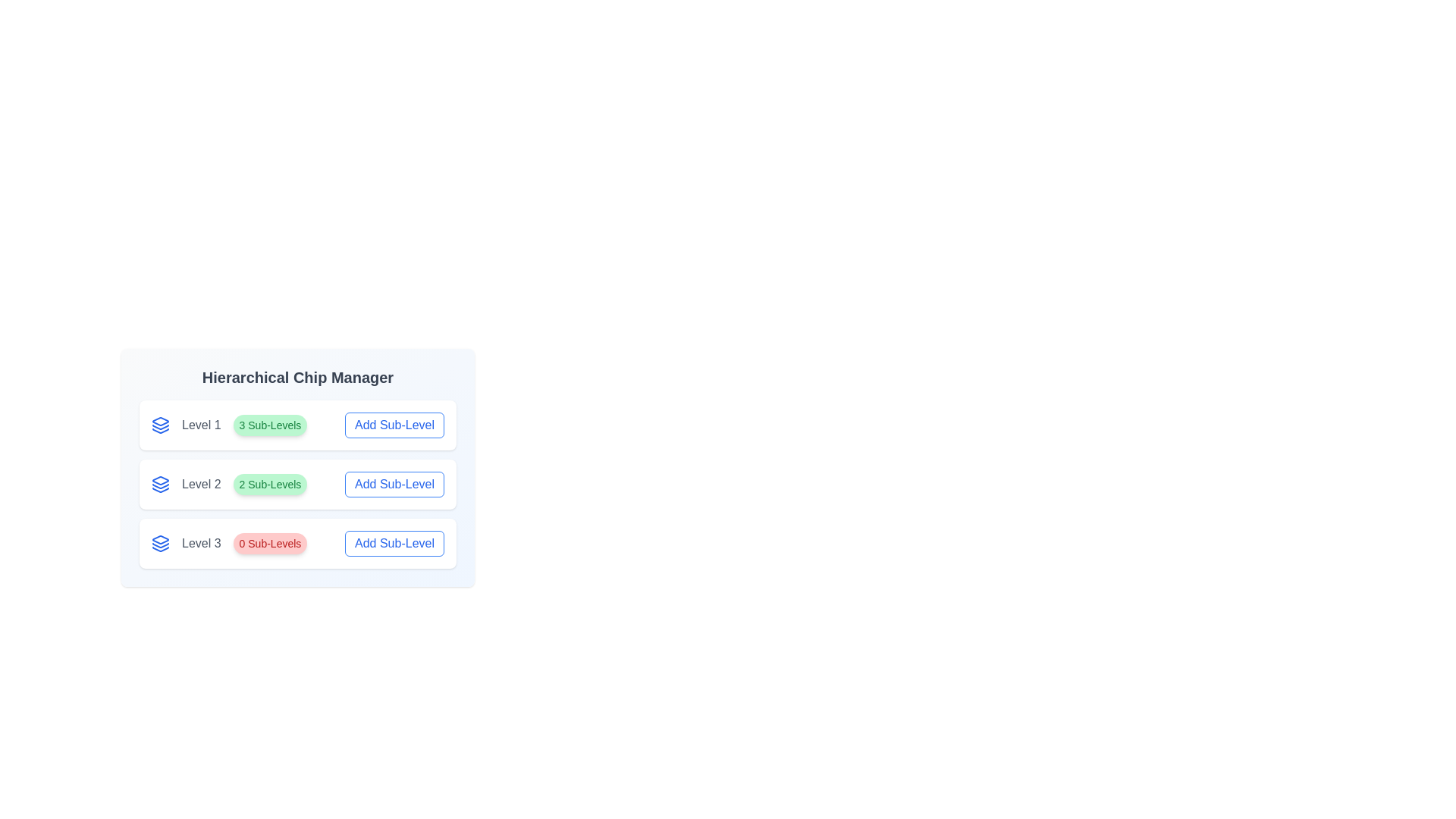  I want to click on 'Add Sub-Level' button for Level 1, so click(394, 425).